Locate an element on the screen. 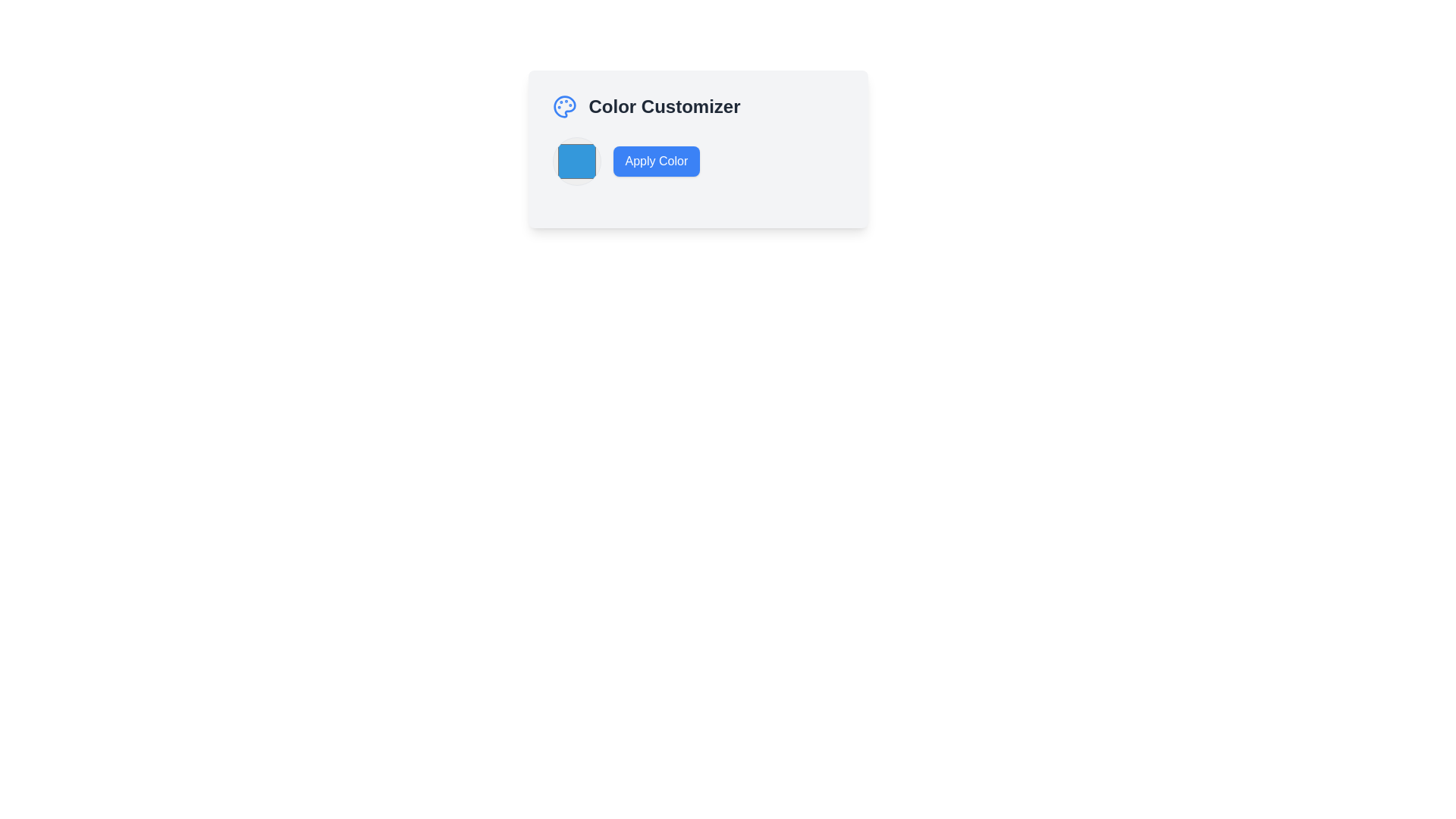 Image resolution: width=1456 pixels, height=819 pixels. the Decorative icon shaped like a circular palette with smaller dots, located adjacent to the 'Color Customizer' label is located at coordinates (563, 106).